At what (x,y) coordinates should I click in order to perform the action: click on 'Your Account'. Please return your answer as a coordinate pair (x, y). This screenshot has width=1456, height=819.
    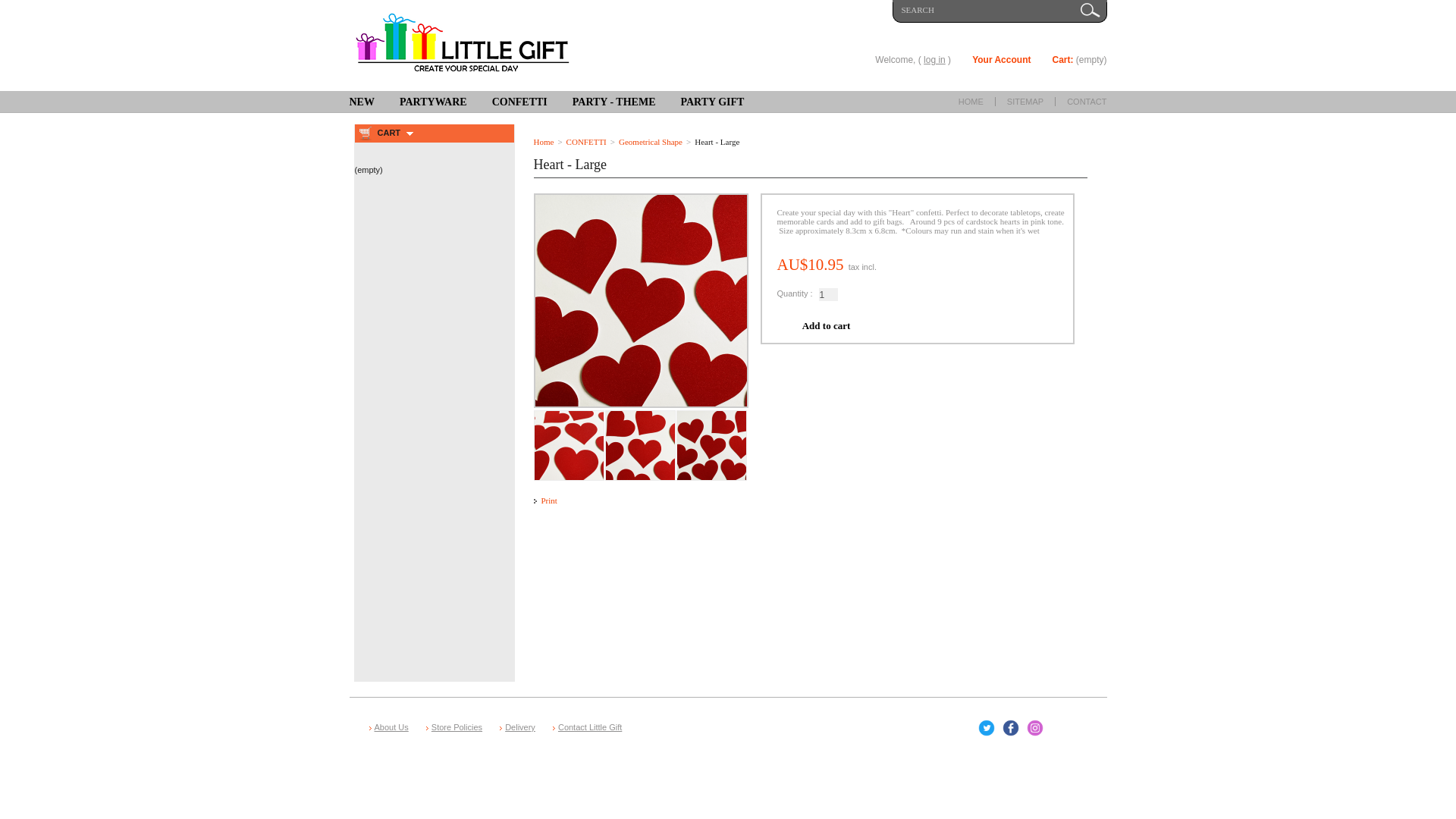
    Looking at the image, I should click on (971, 58).